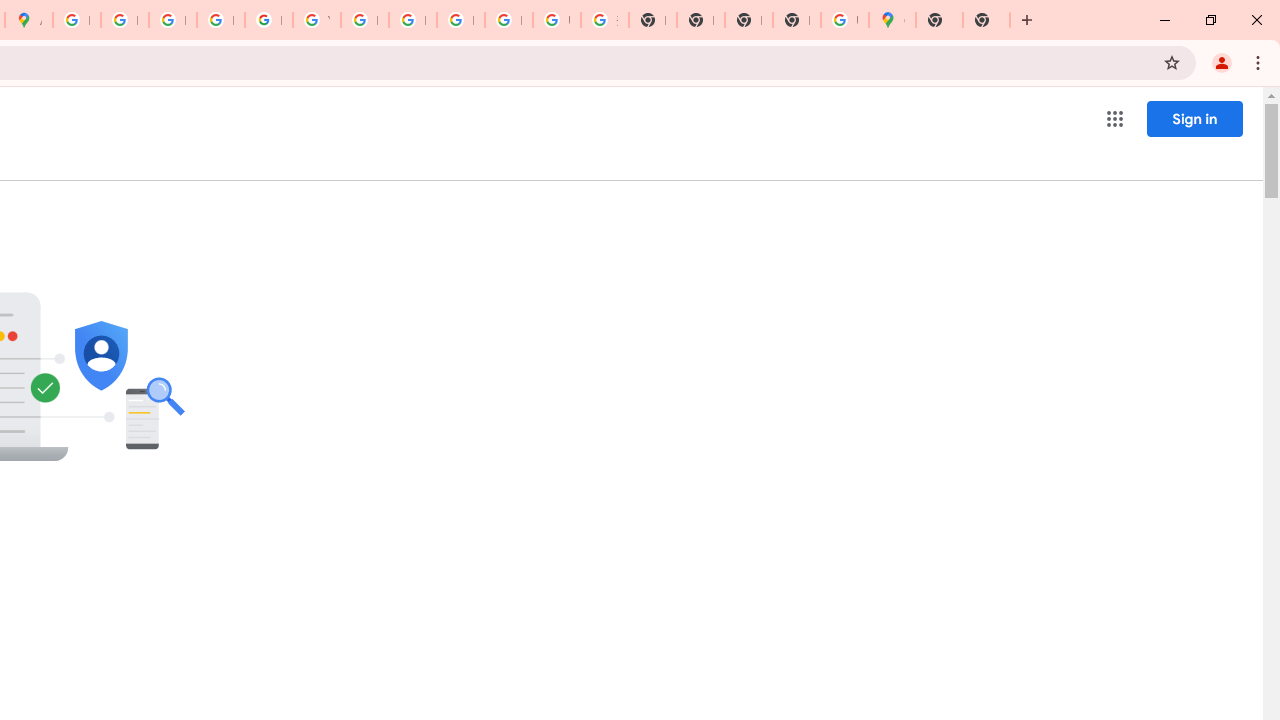 The width and height of the screenshot is (1280, 720). What do you see at coordinates (938, 20) in the screenshot?
I see `'New Tab'` at bounding box center [938, 20].